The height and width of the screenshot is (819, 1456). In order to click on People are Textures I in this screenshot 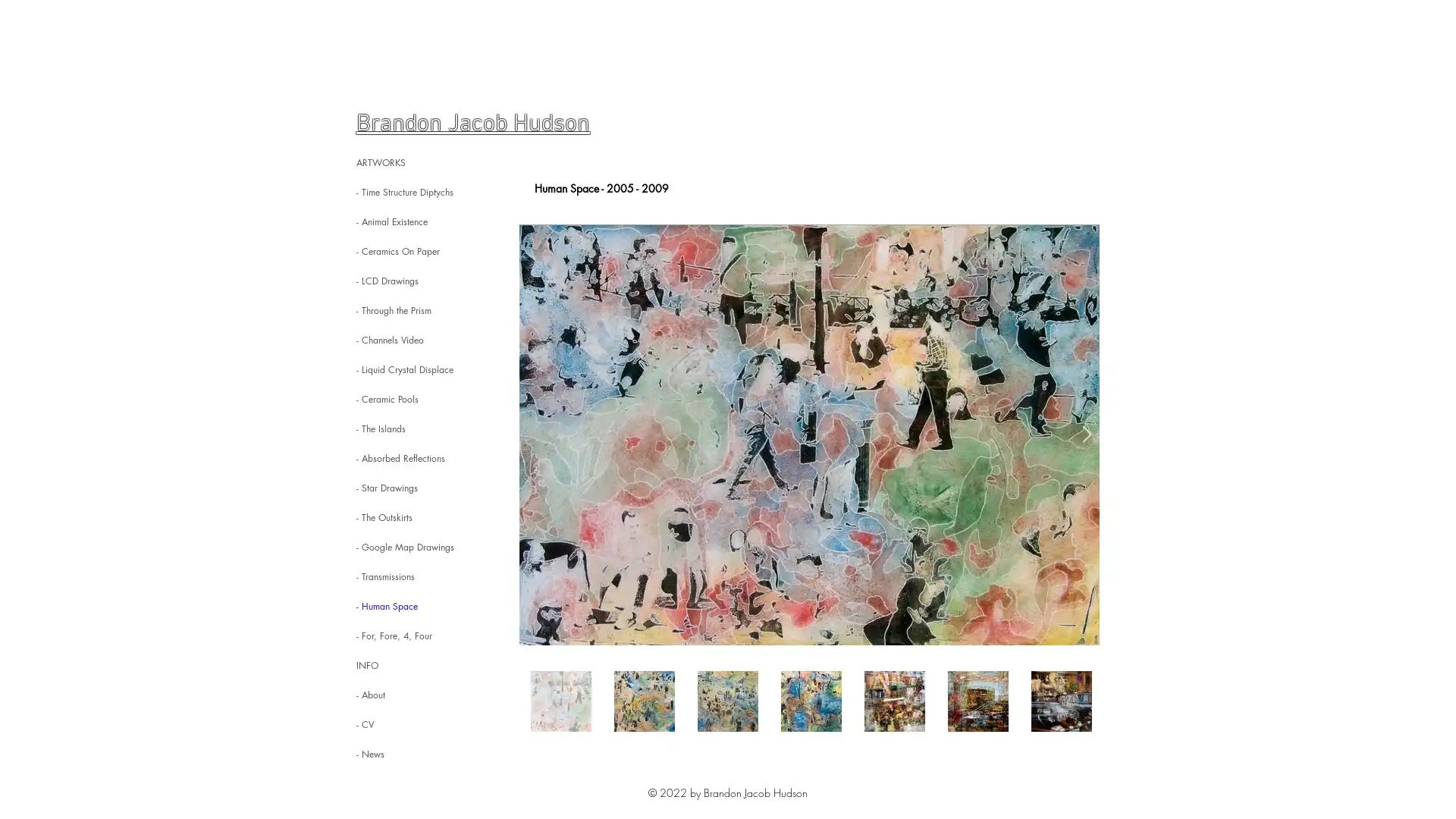, I will do `click(808, 435)`.